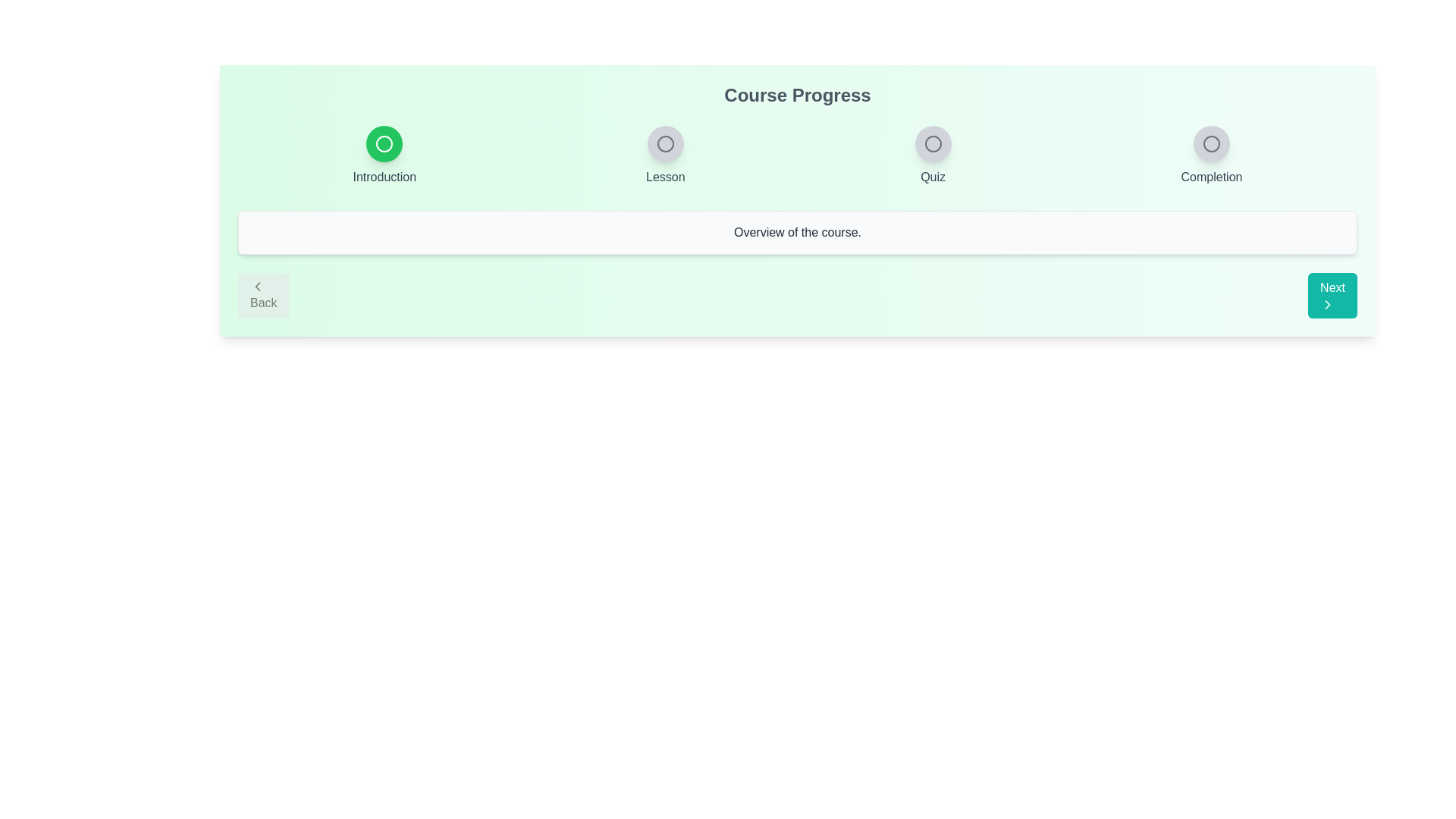  I want to click on the step Lesson in the progress indicator, so click(665, 143).